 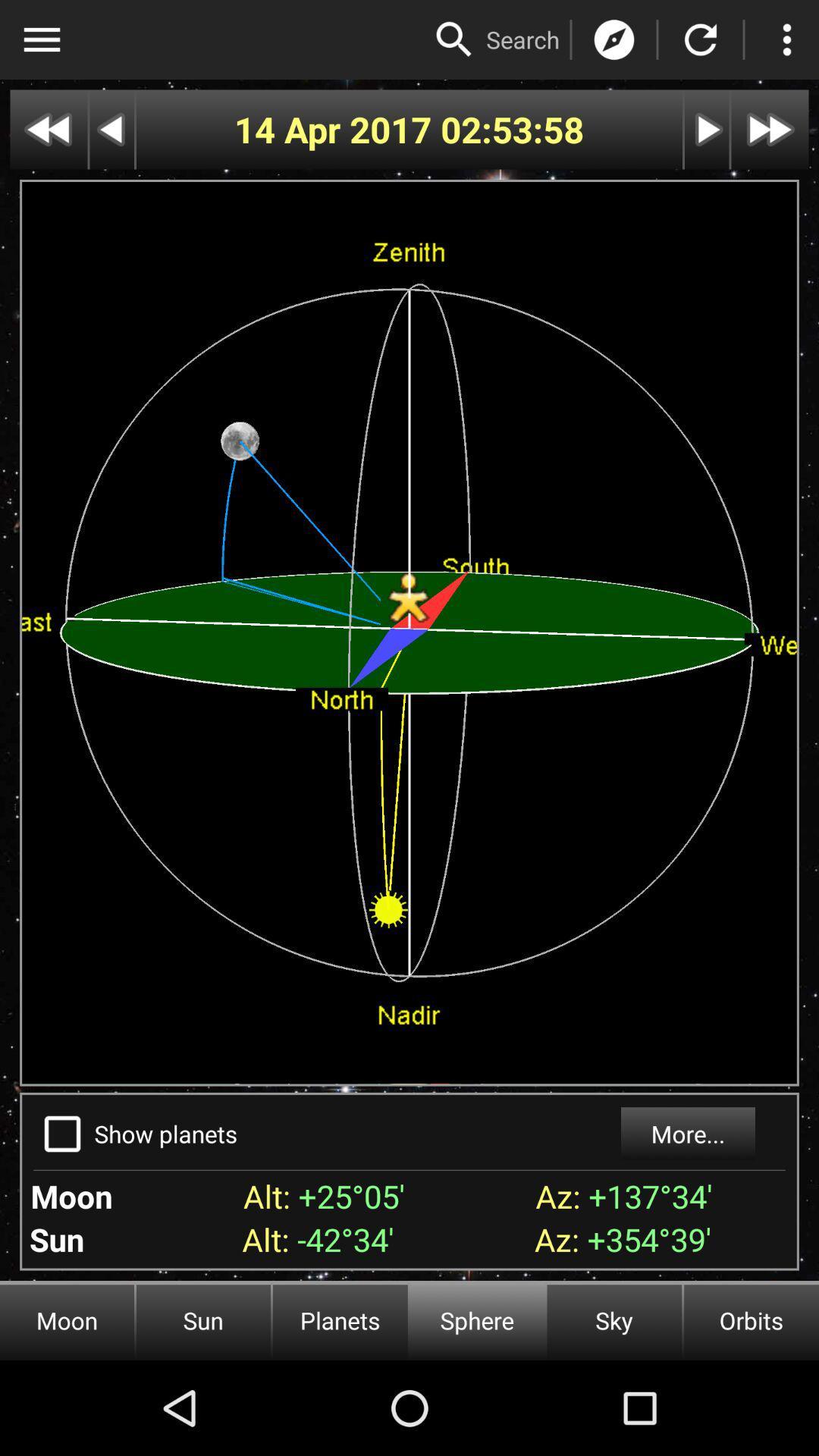 I want to click on next date selection, so click(x=707, y=130).